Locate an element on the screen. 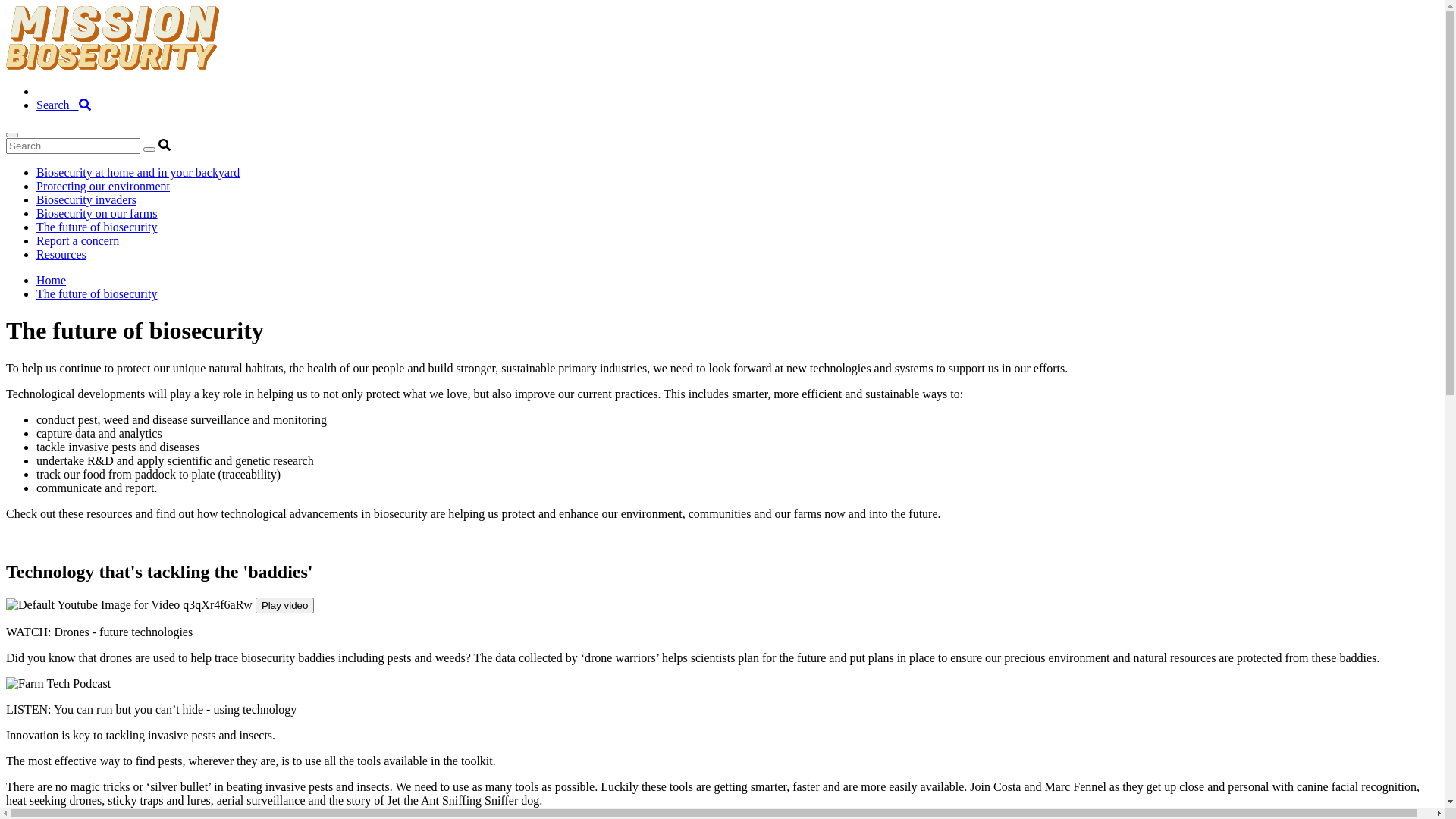 The image size is (1456, 819). 'Biosecurity at home and in your backyard' is located at coordinates (138, 171).